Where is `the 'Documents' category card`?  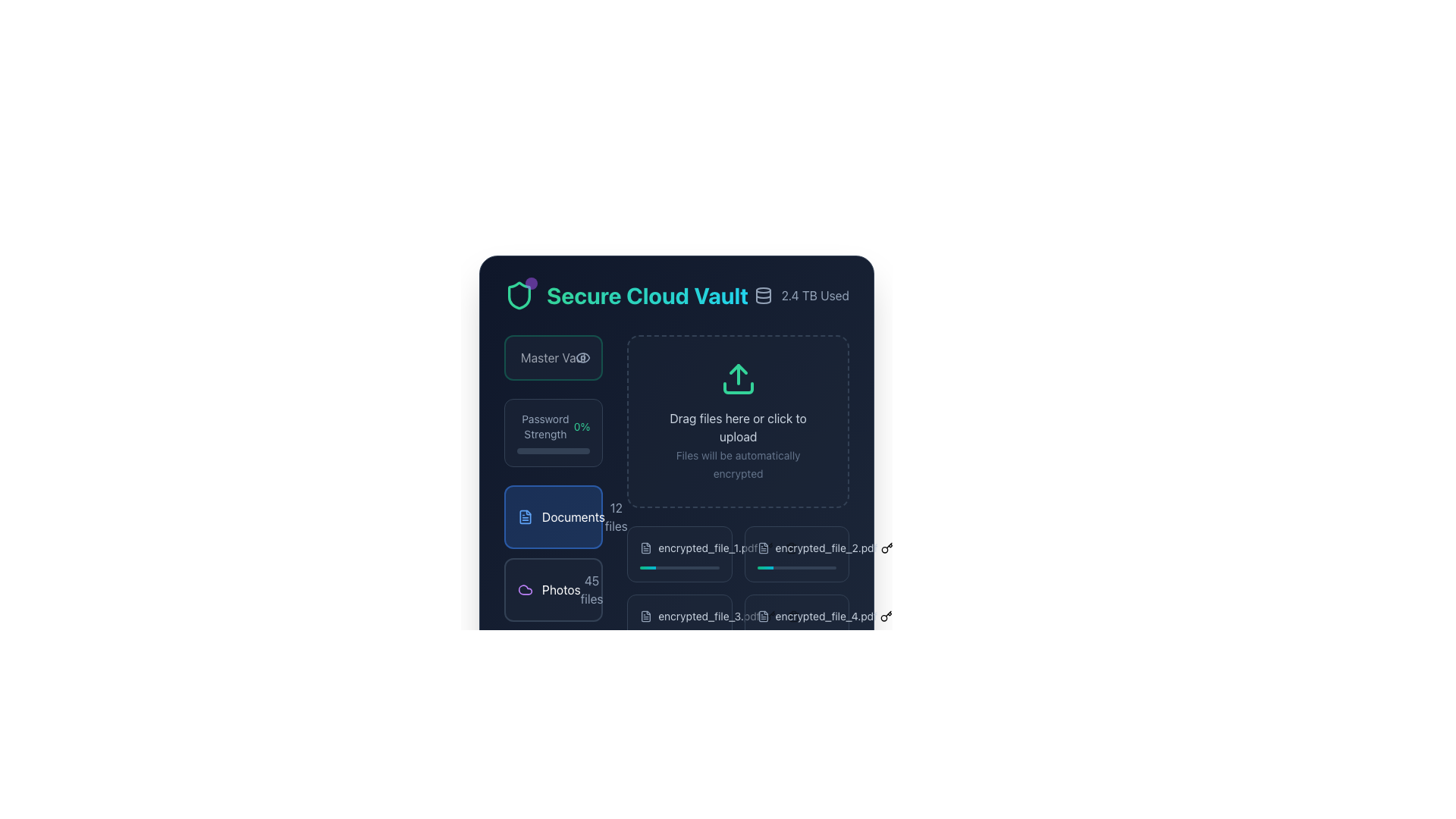 the 'Documents' category card is located at coordinates (553, 516).